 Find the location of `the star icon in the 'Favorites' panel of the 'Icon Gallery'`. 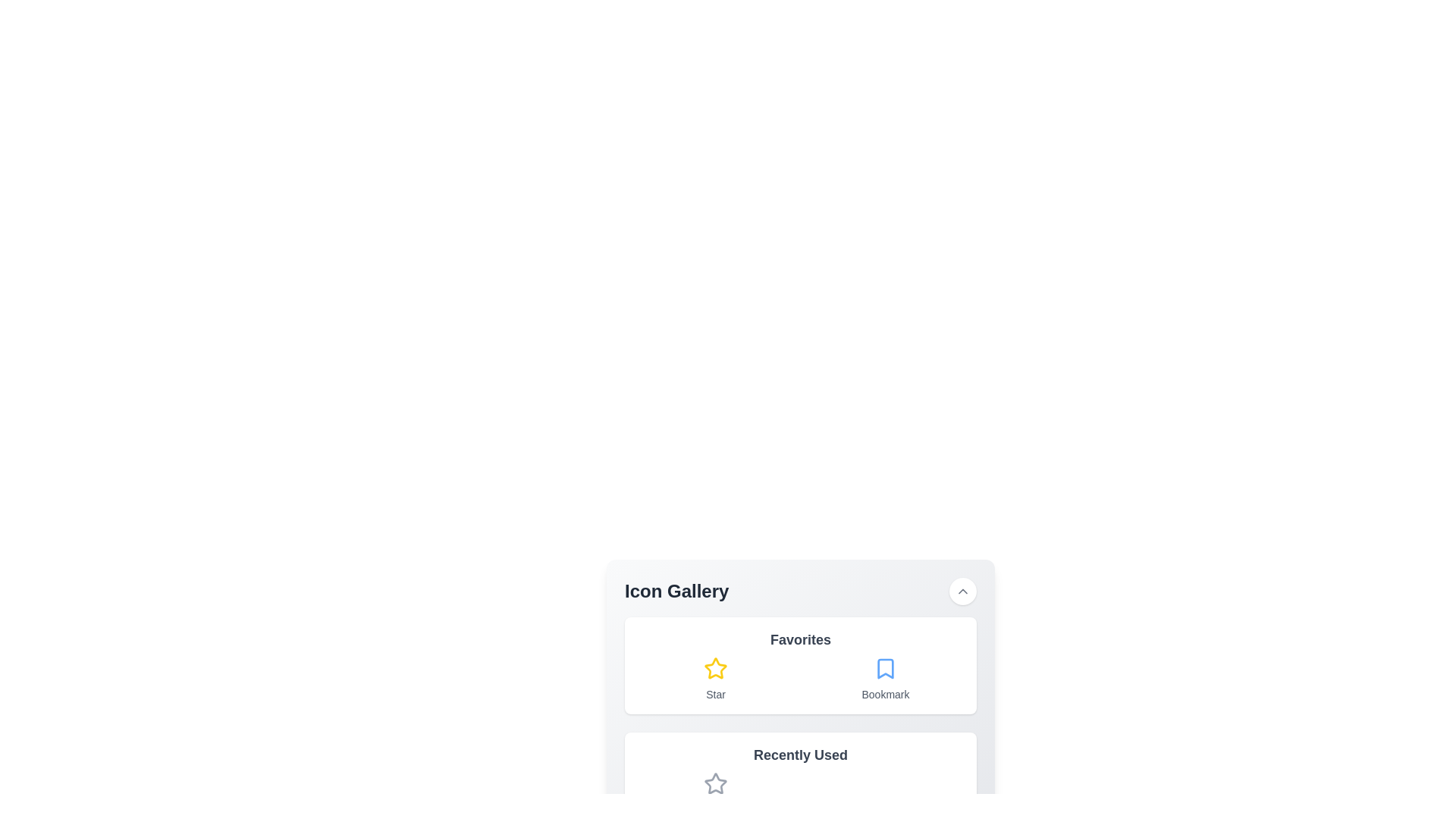

the star icon in the 'Favorites' panel of the 'Icon Gallery' is located at coordinates (715, 667).